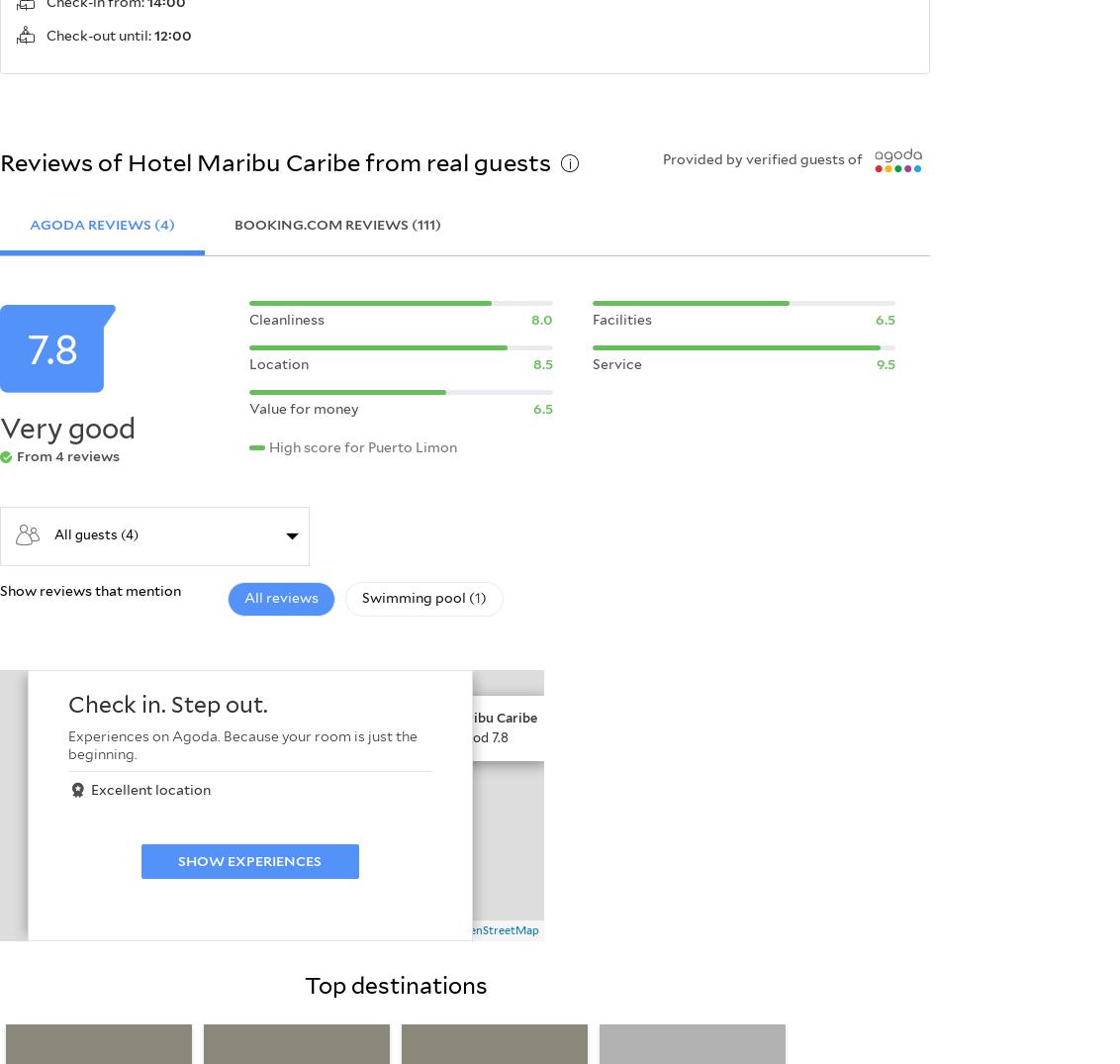  Describe the element at coordinates (303, 407) in the screenshot. I see `'Value for money'` at that location.